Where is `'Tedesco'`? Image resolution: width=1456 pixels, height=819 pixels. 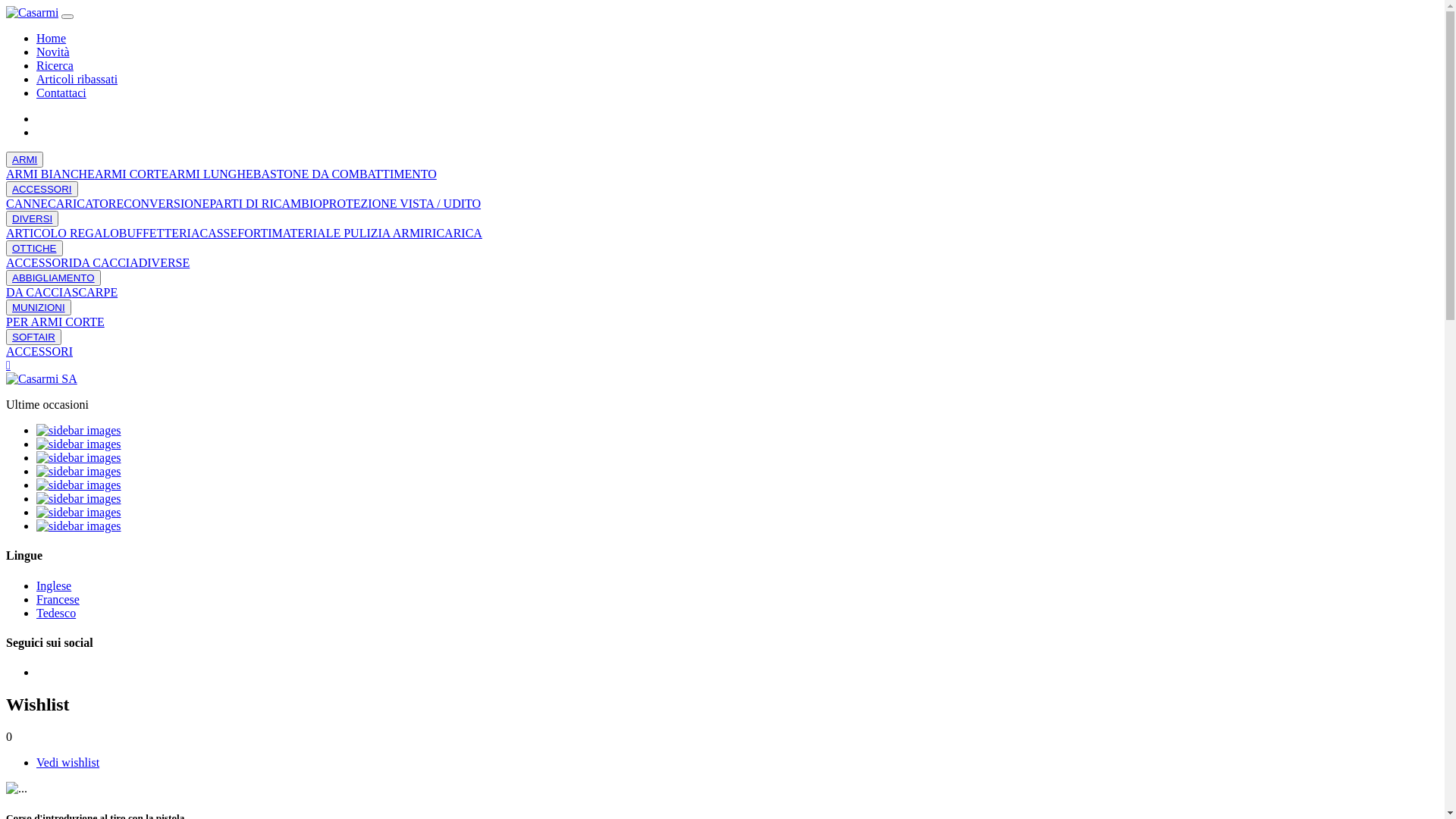 'Tedesco' is located at coordinates (55, 612).